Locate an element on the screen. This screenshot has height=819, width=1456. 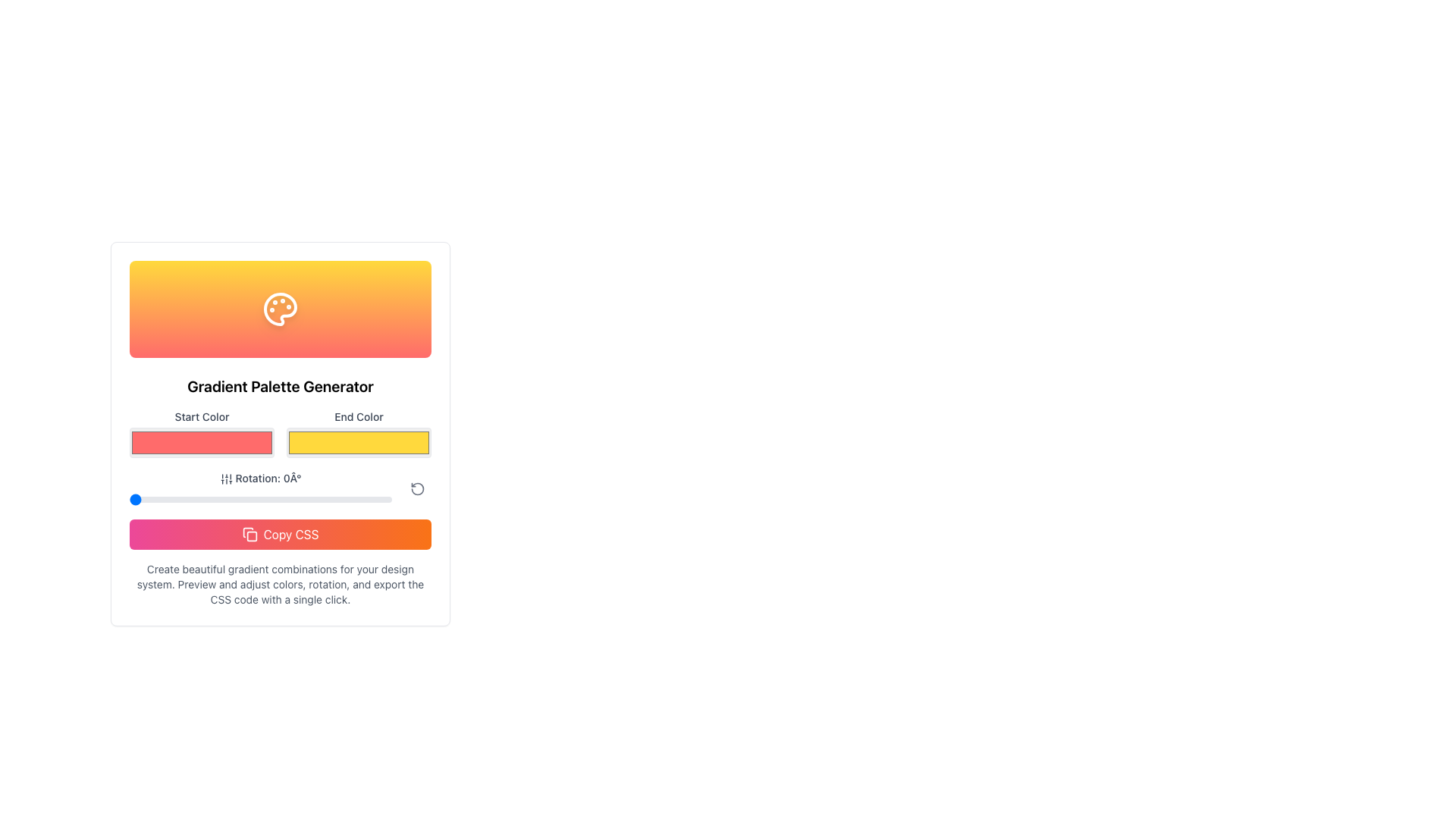
'Start Color' text label which is positioned above the color input field in the color selection section of the interface is located at coordinates (201, 417).